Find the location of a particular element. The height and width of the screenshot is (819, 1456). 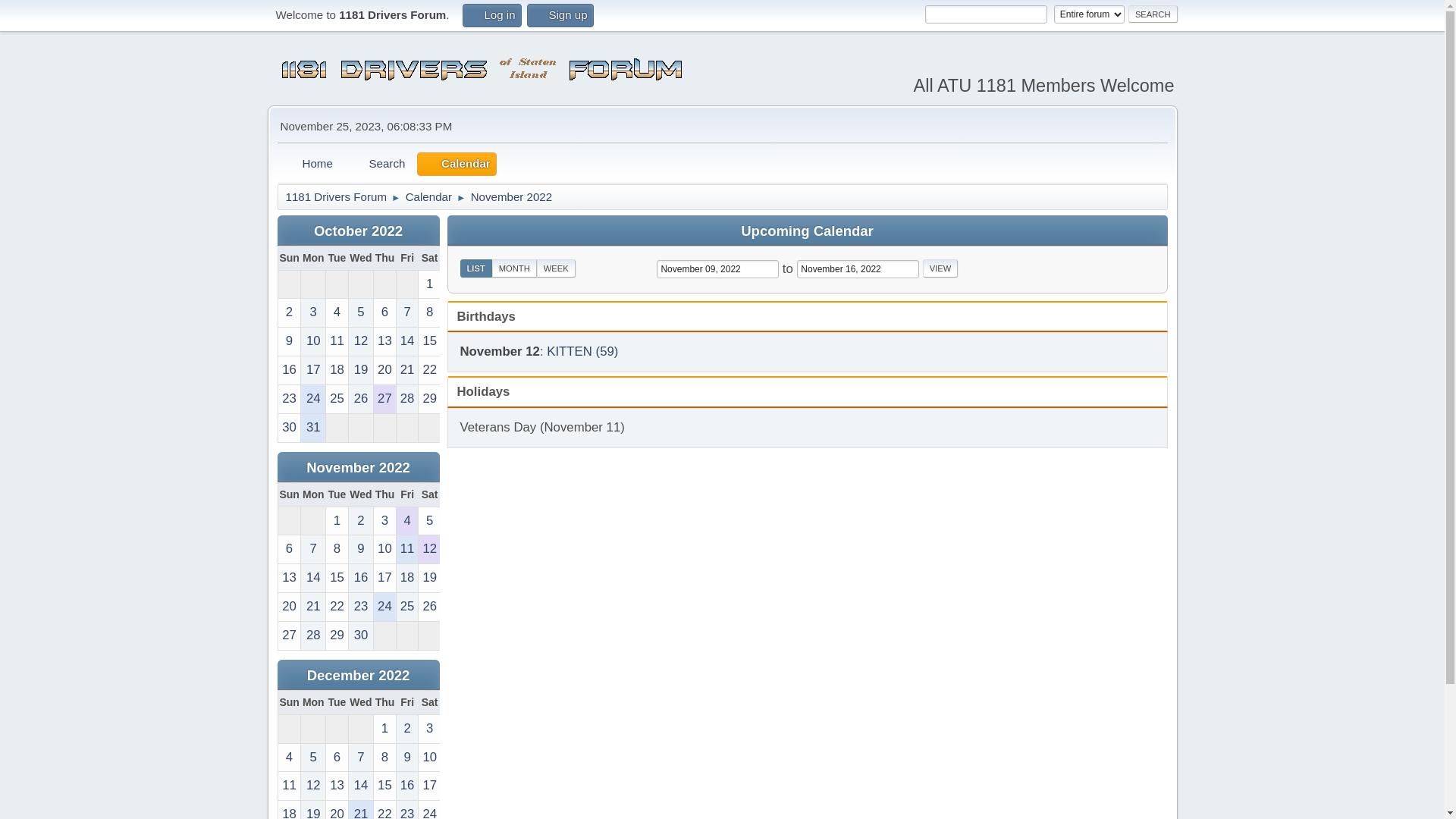

'Calendar' is located at coordinates (417, 164).